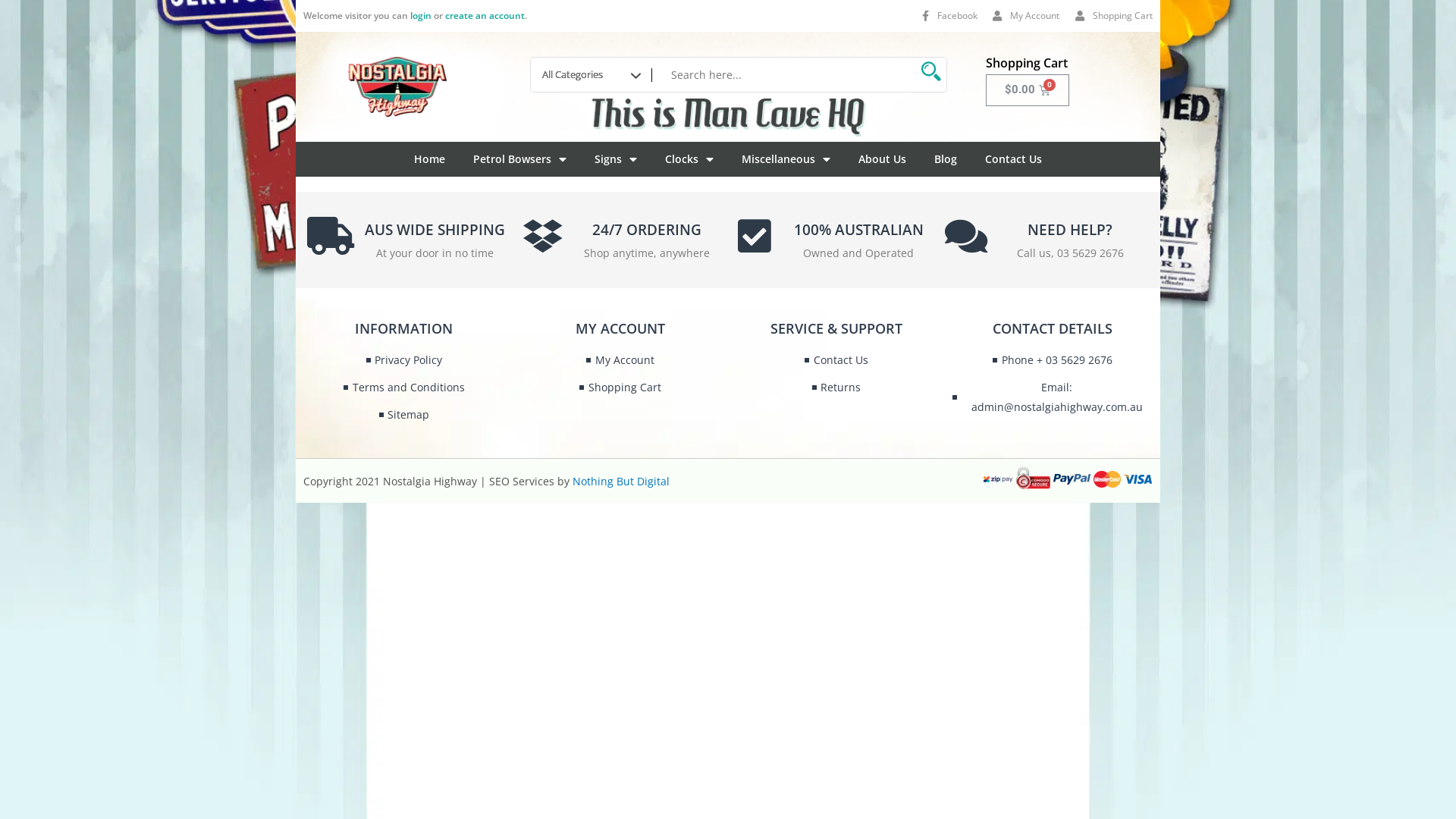  What do you see at coordinates (1051, 397) in the screenshot?
I see `'Email: admin@nostalgiahighway.com.au'` at bounding box center [1051, 397].